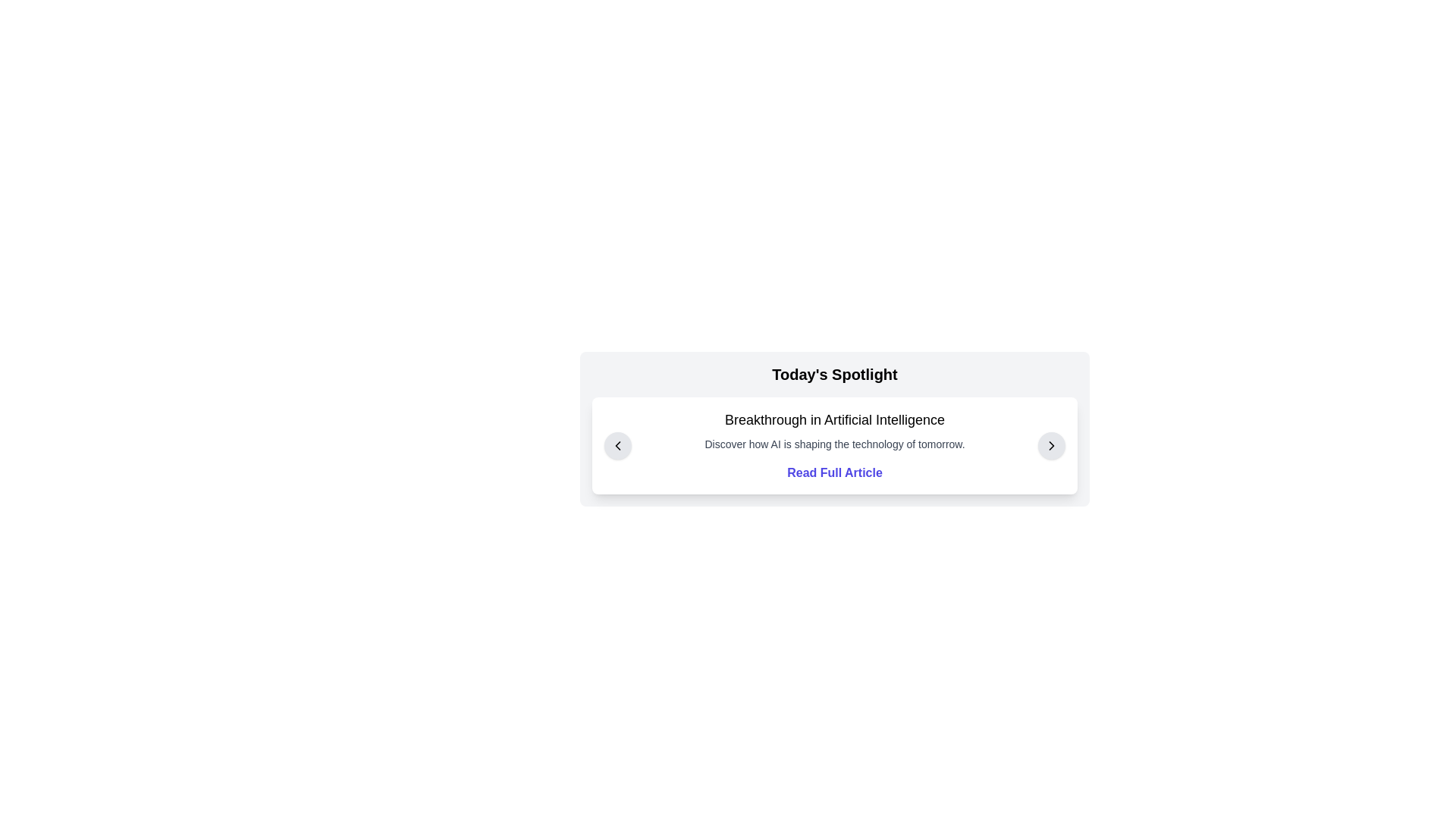  What do you see at coordinates (1051, 444) in the screenshot?
I see `the chevron icon located at the right-most side of the interactive button within the 'Today's Spotlight' card` at bounding box center [1051, 444].